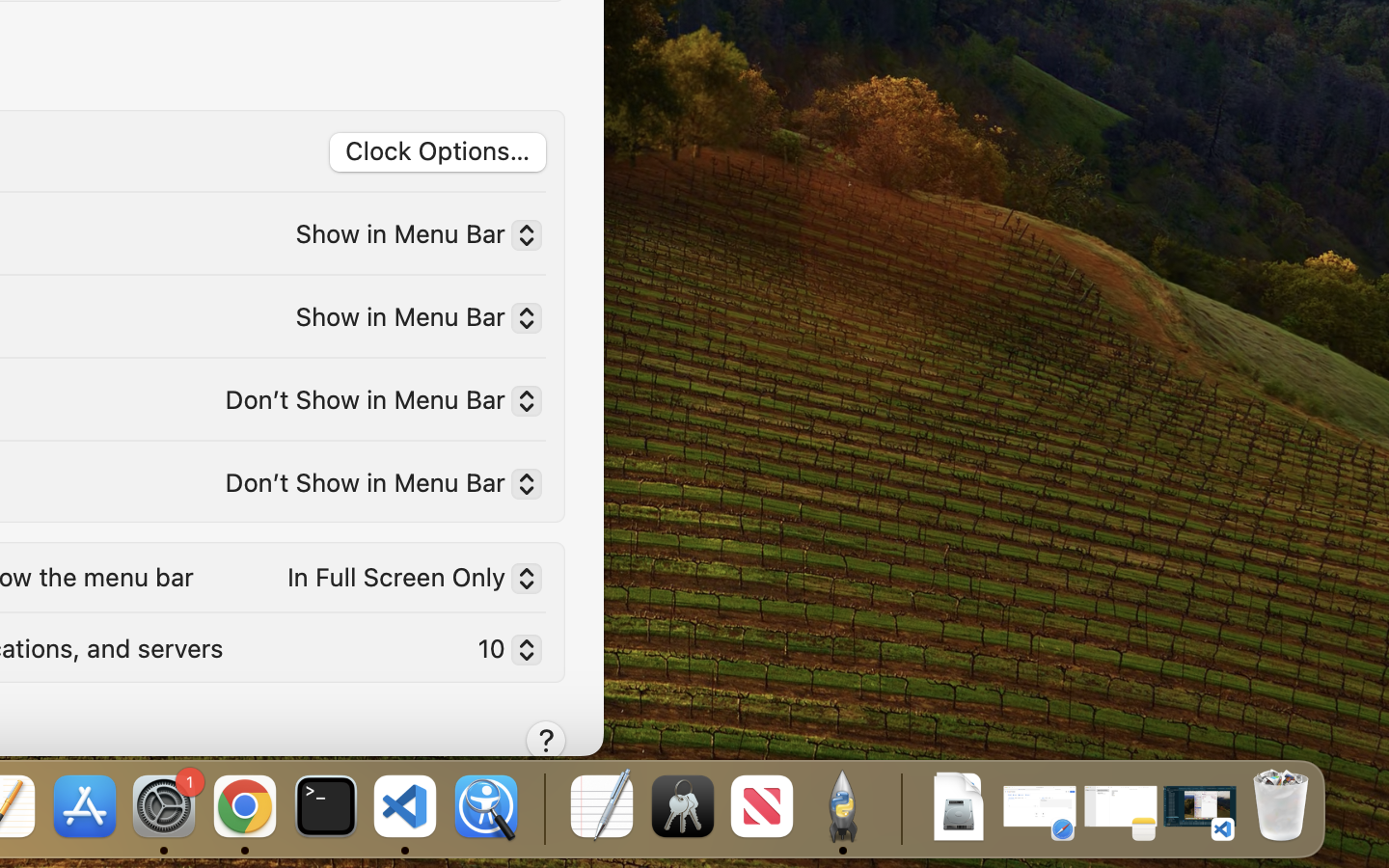 This screenshot has height=868, width=1389. What do you see at coordinates (407, 582) in the screenshot?
I see `'In Full Screen Only'` at bounding box center [407, 582].